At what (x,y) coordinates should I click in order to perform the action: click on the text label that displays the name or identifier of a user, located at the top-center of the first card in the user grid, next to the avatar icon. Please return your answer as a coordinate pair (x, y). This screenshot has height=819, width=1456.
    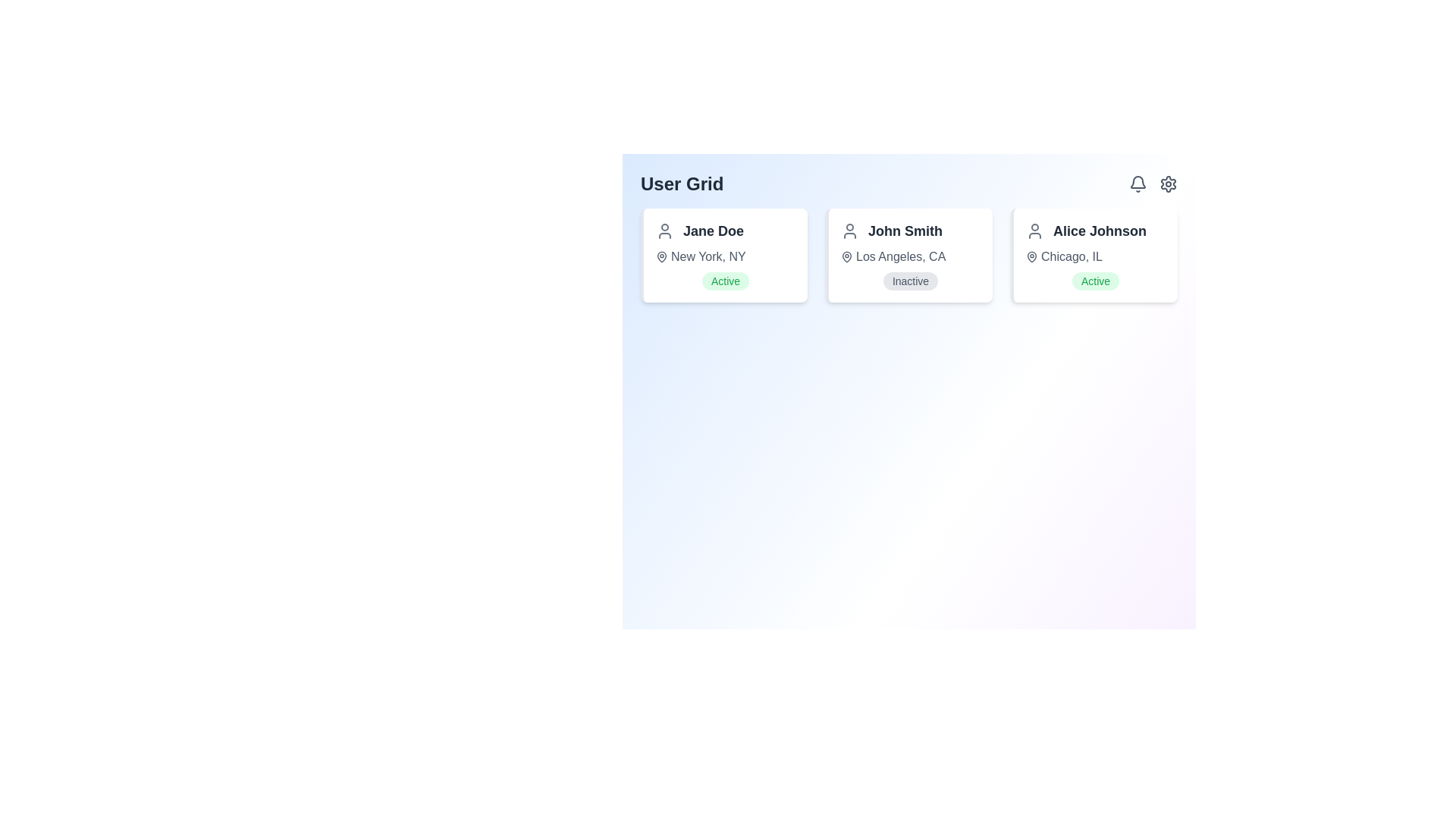
    Looking at the image, I should click on (712, 231).